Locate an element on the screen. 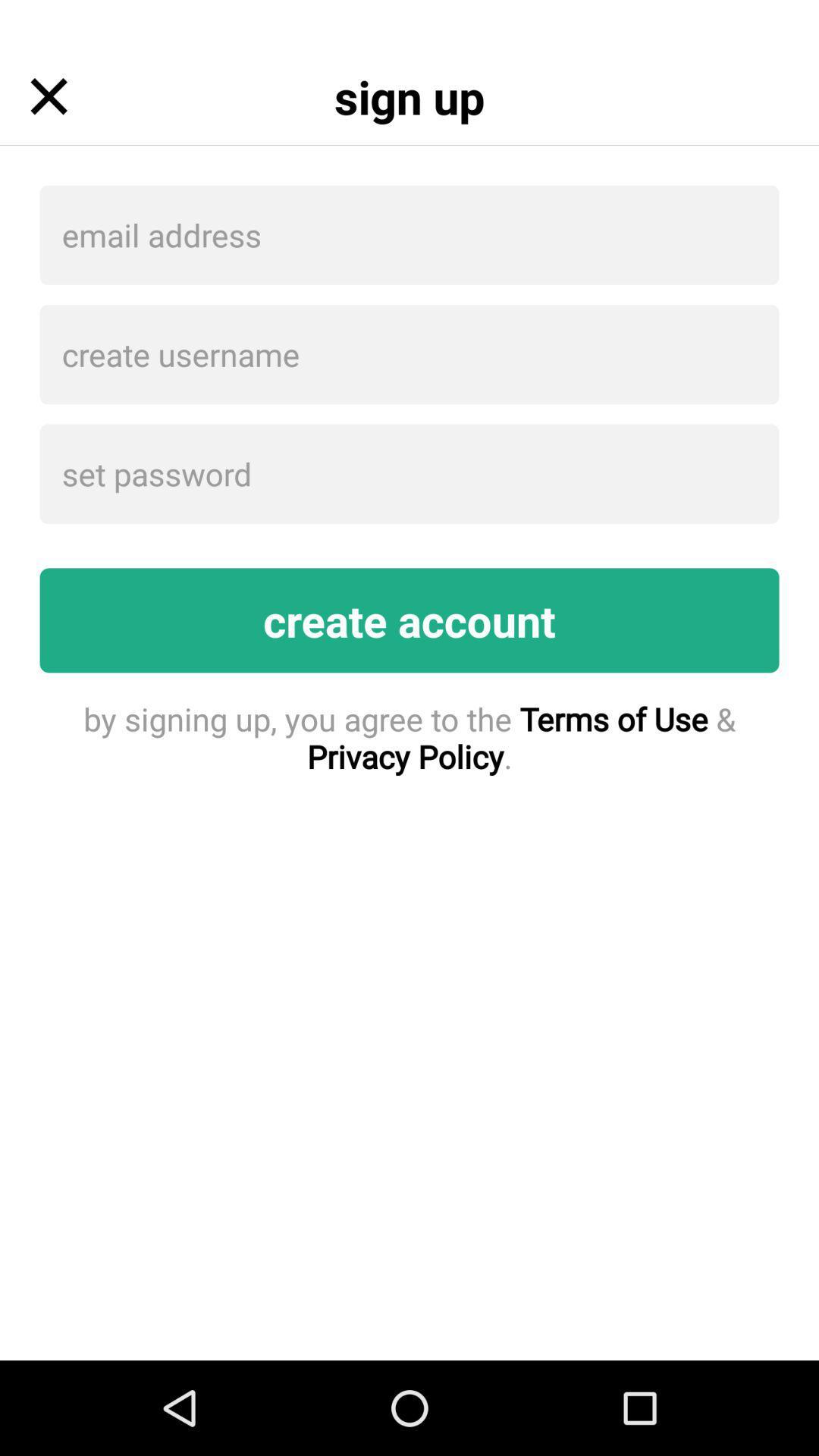 The width and height of the screenshot is (819, 1456). item below the sign up item is located at coordinates (409, 234).